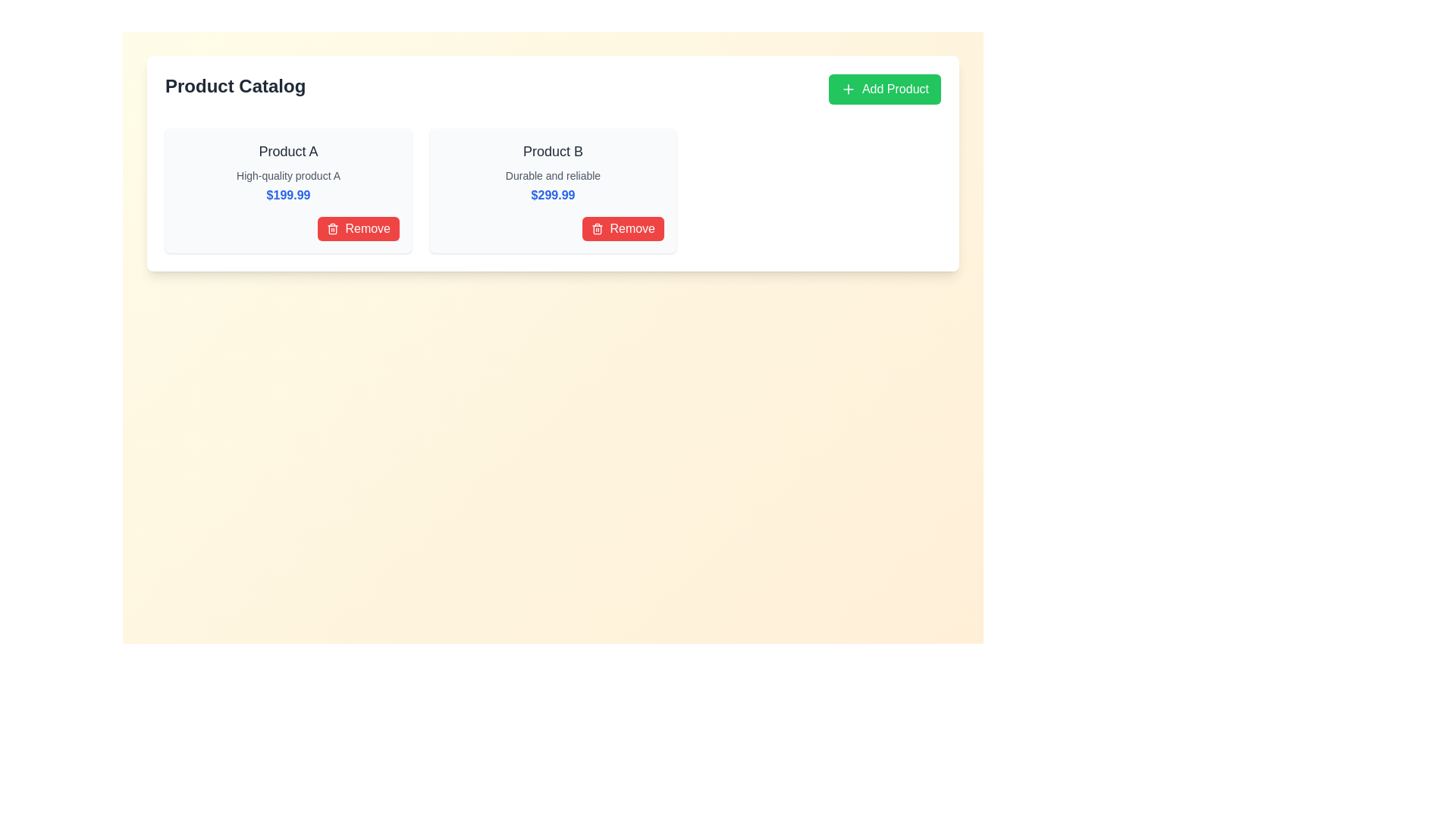 Image resolution: width=1456 pixels, height=819 pixels. I want to click on the button located in the top-right corner of the header bar labeled 'Product Catalog', so click(884, 89).